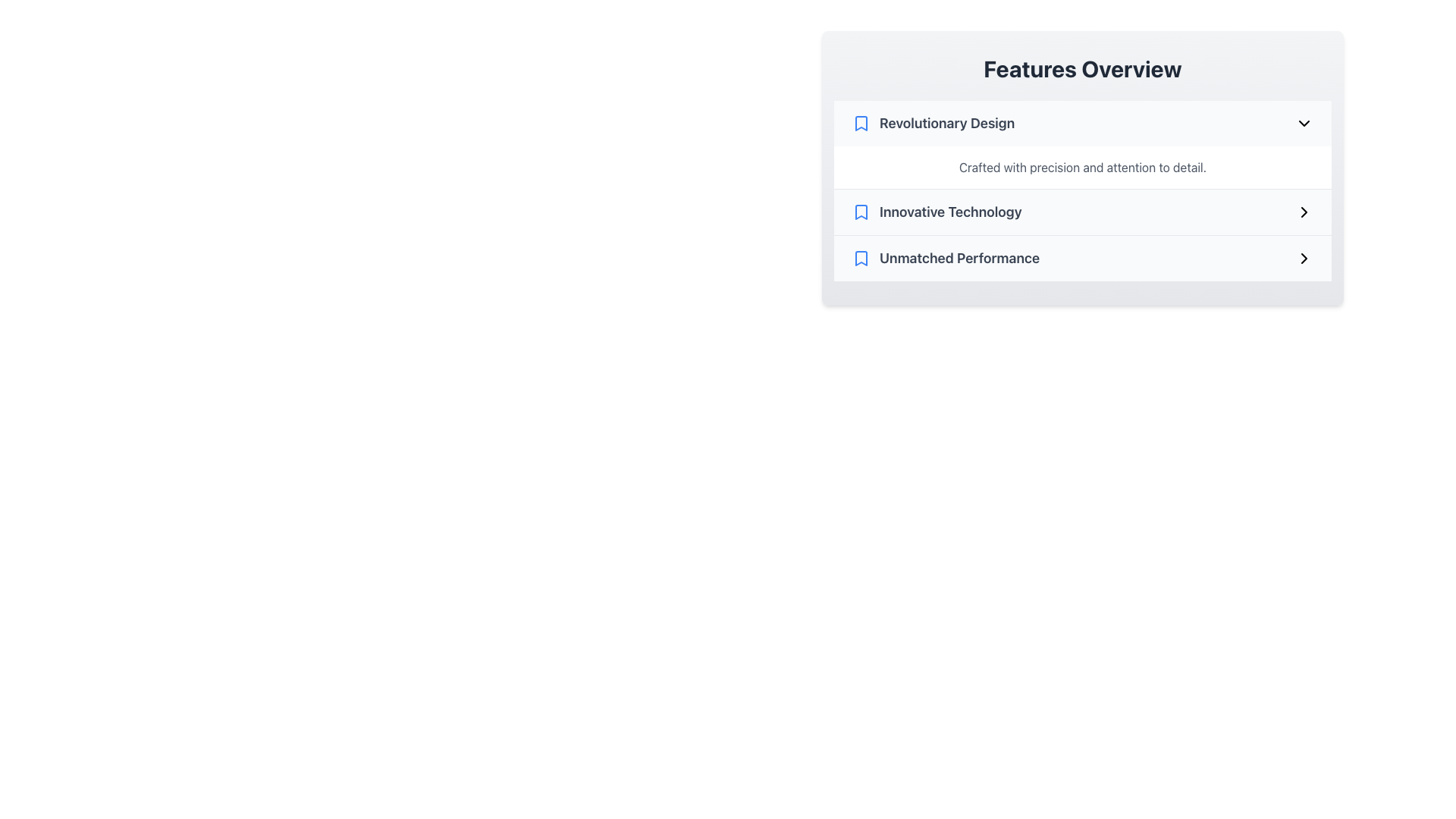  I want to click on the text block displaying 'Crafted with precision and attention to detail.' located below the 'Revolutionary Design' header, so click(1082, 167).